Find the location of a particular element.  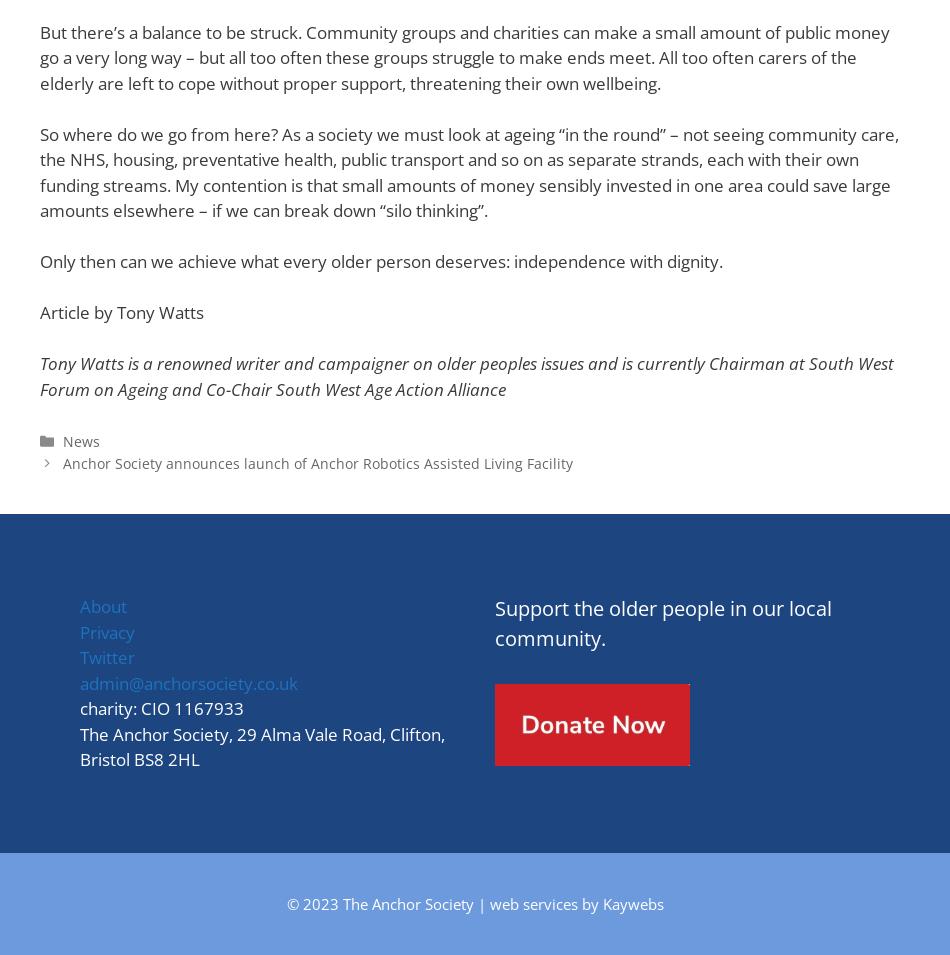

'Only then can we achieve what every older person deserves: independence with dignity.' is located at coordinates (380, 261).